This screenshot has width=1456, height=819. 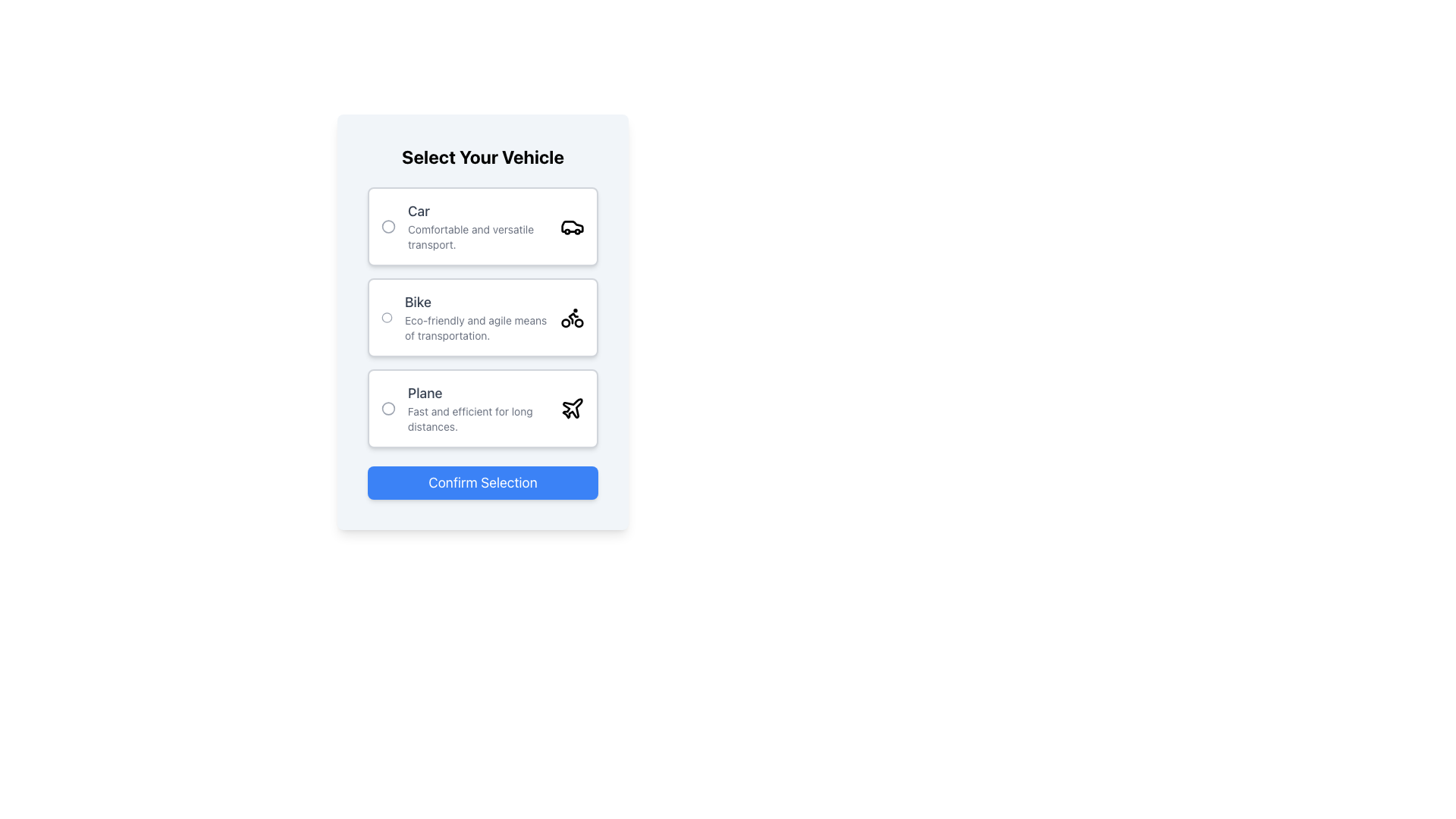 What do you see at coordinates (565, 322) in the screenshot?
I see `the rear wheel icon of the bike located in the second card of the vertical selection list` at bounding box center [565, 322].